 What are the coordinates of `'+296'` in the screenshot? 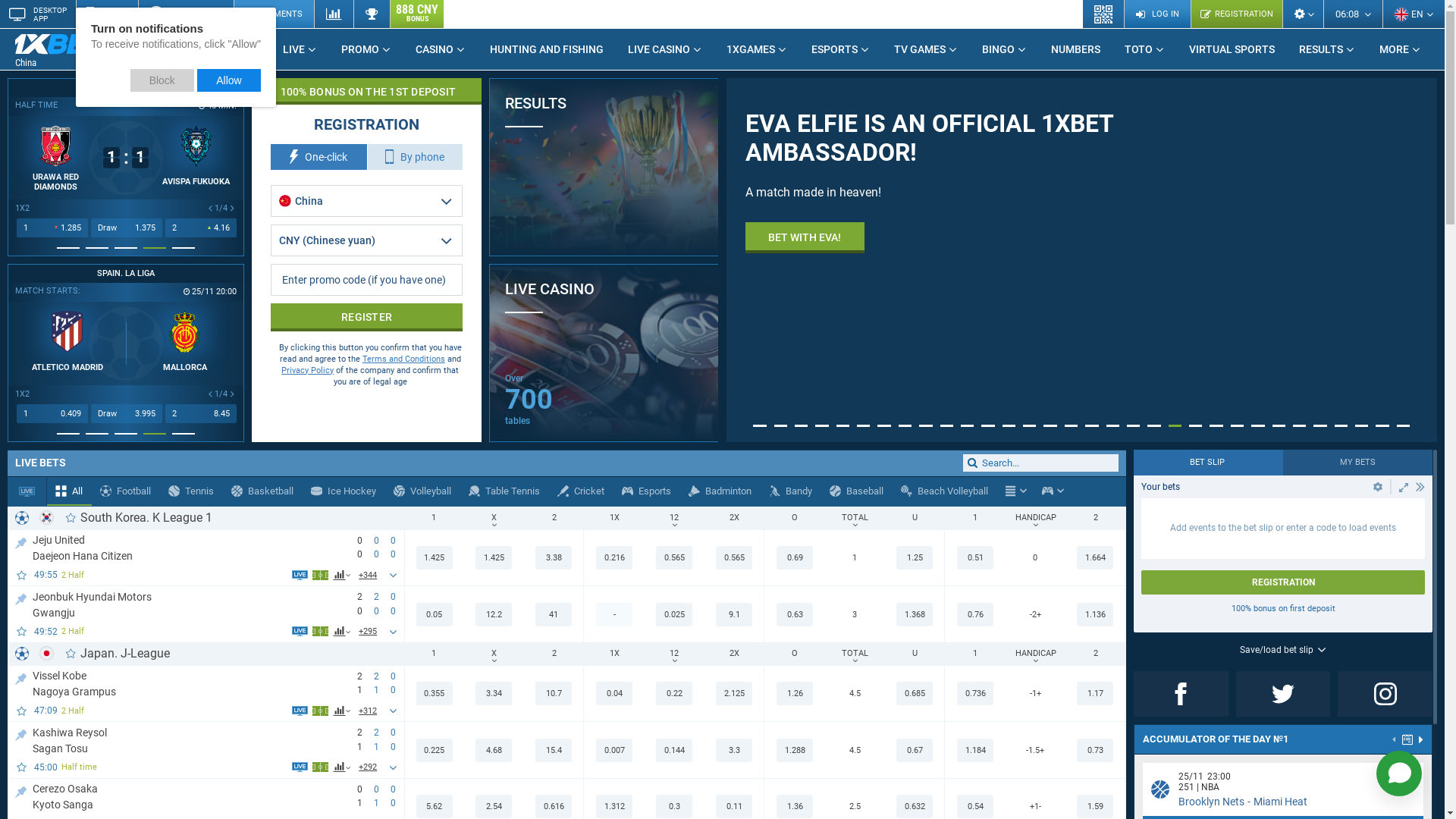 It's located at (368, 632).